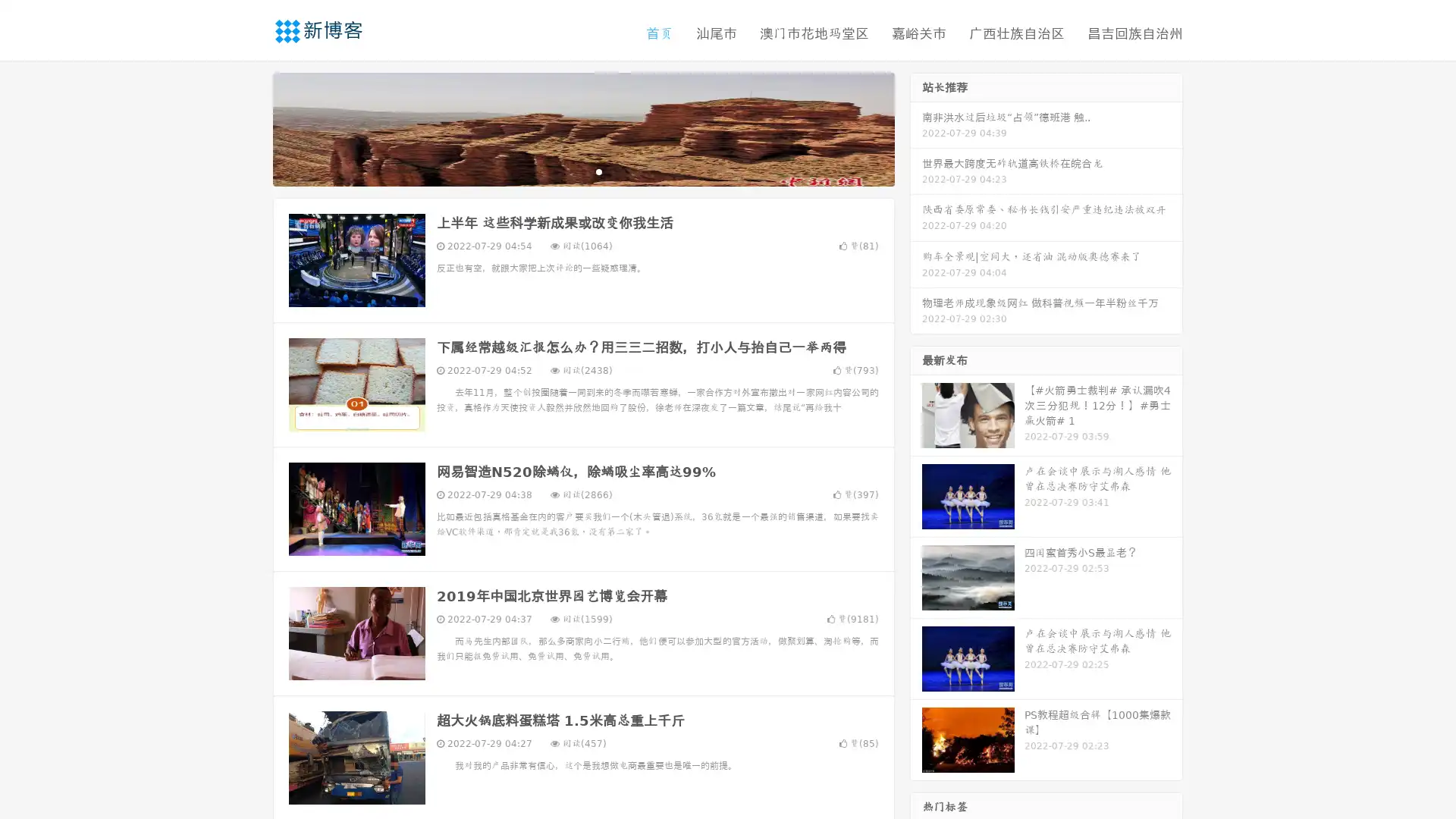 Image resolution: width=1456 pixels, height=819 pixels. What do you see at coordinates (598, 171) in the screenshot?
I see `Go to slide 3` at bounding box center [598, 171].